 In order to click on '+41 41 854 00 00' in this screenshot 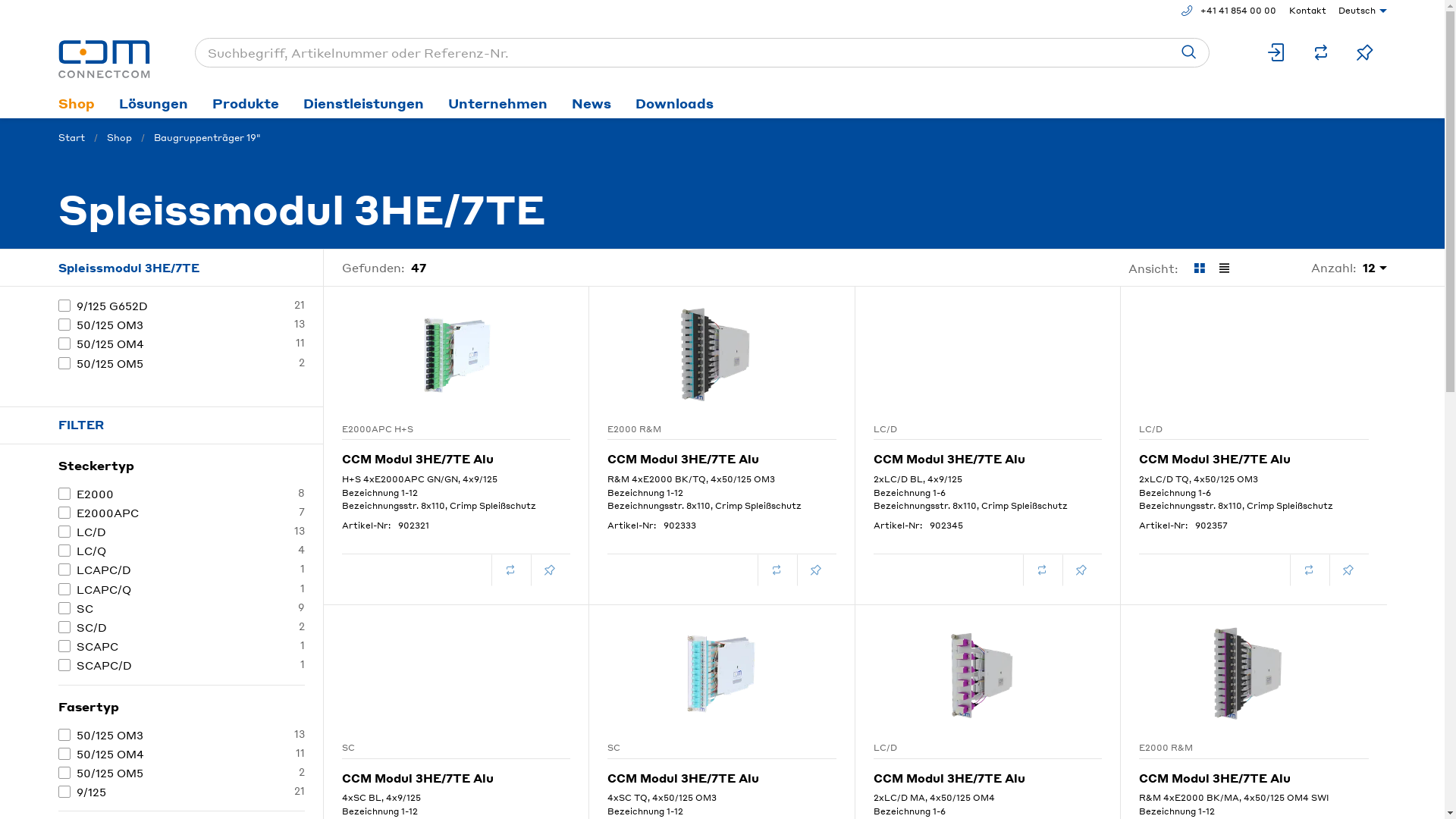, I will do `click(1173, 11)`.